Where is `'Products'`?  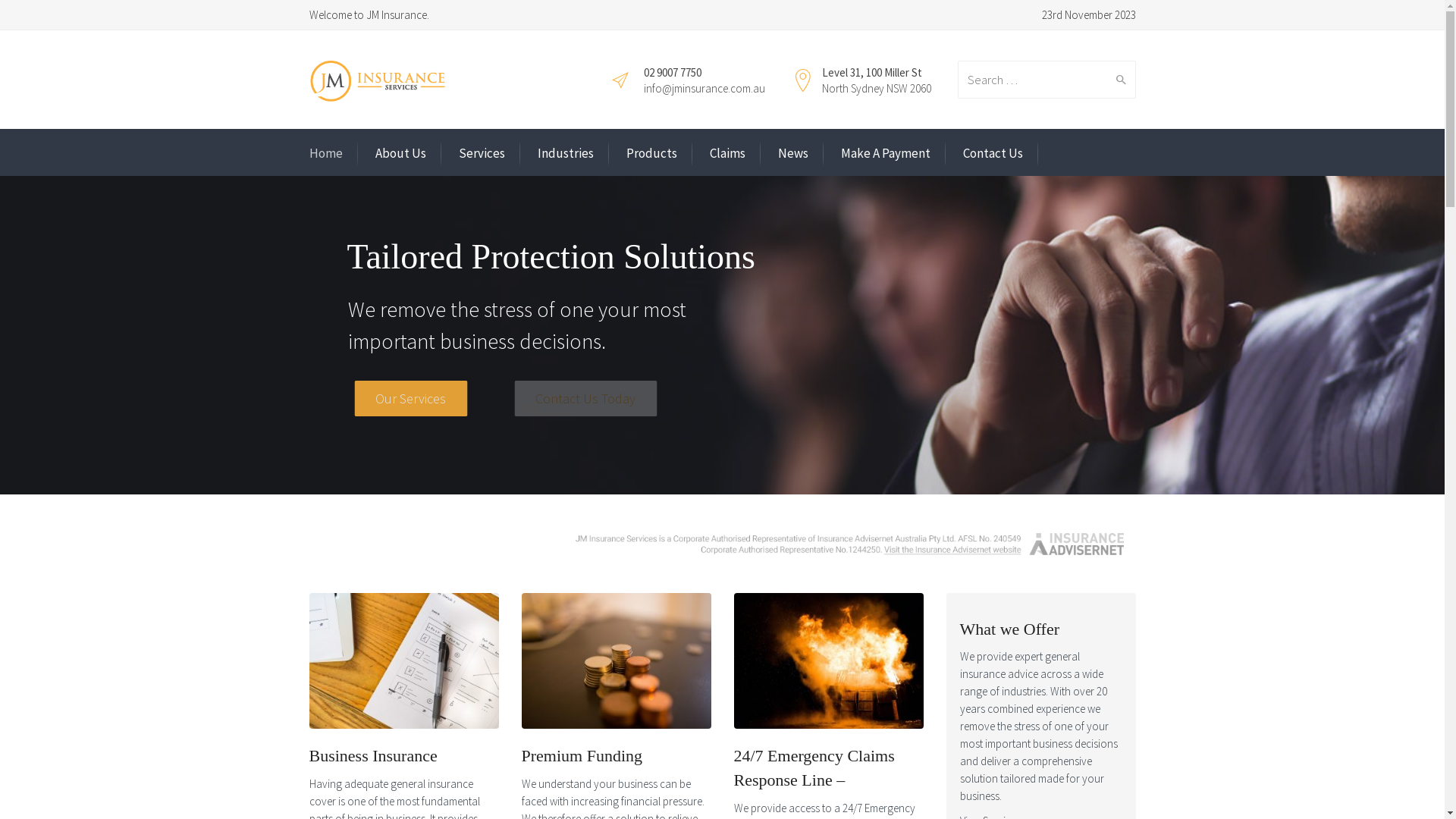
'Products' is located at coordinates (651, 153).